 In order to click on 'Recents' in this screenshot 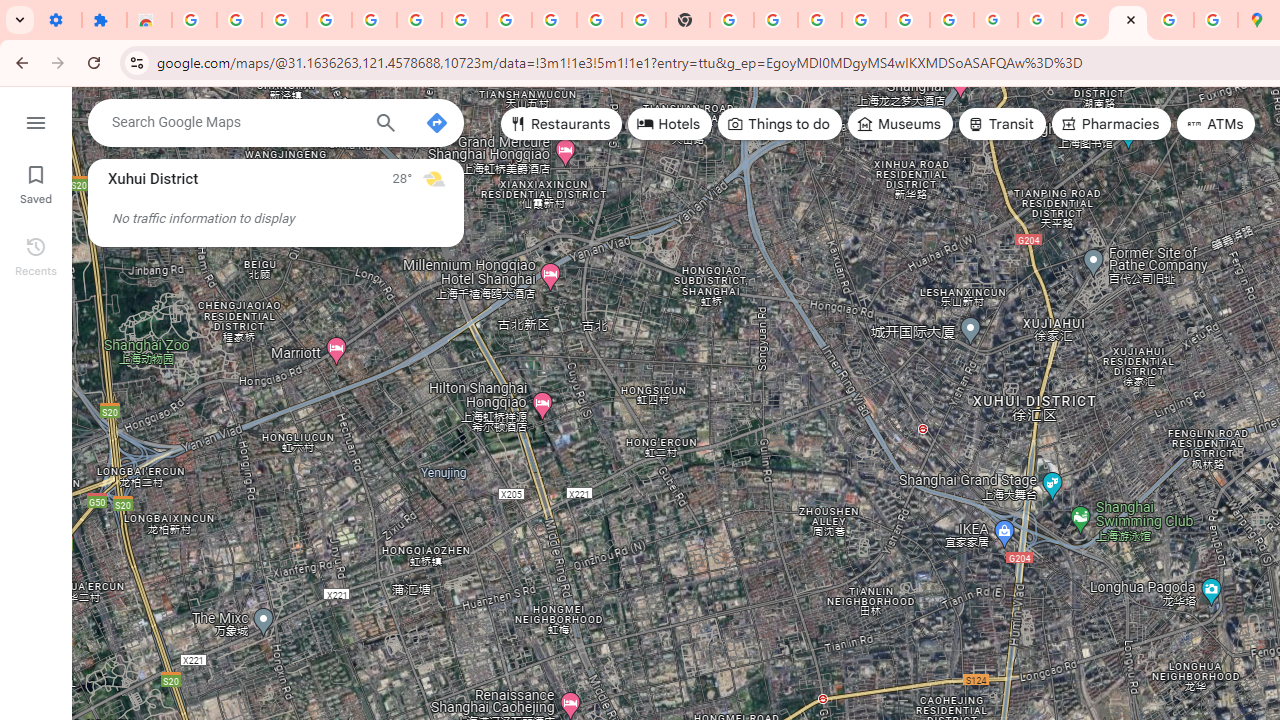, I will do `click(35, 253)`.